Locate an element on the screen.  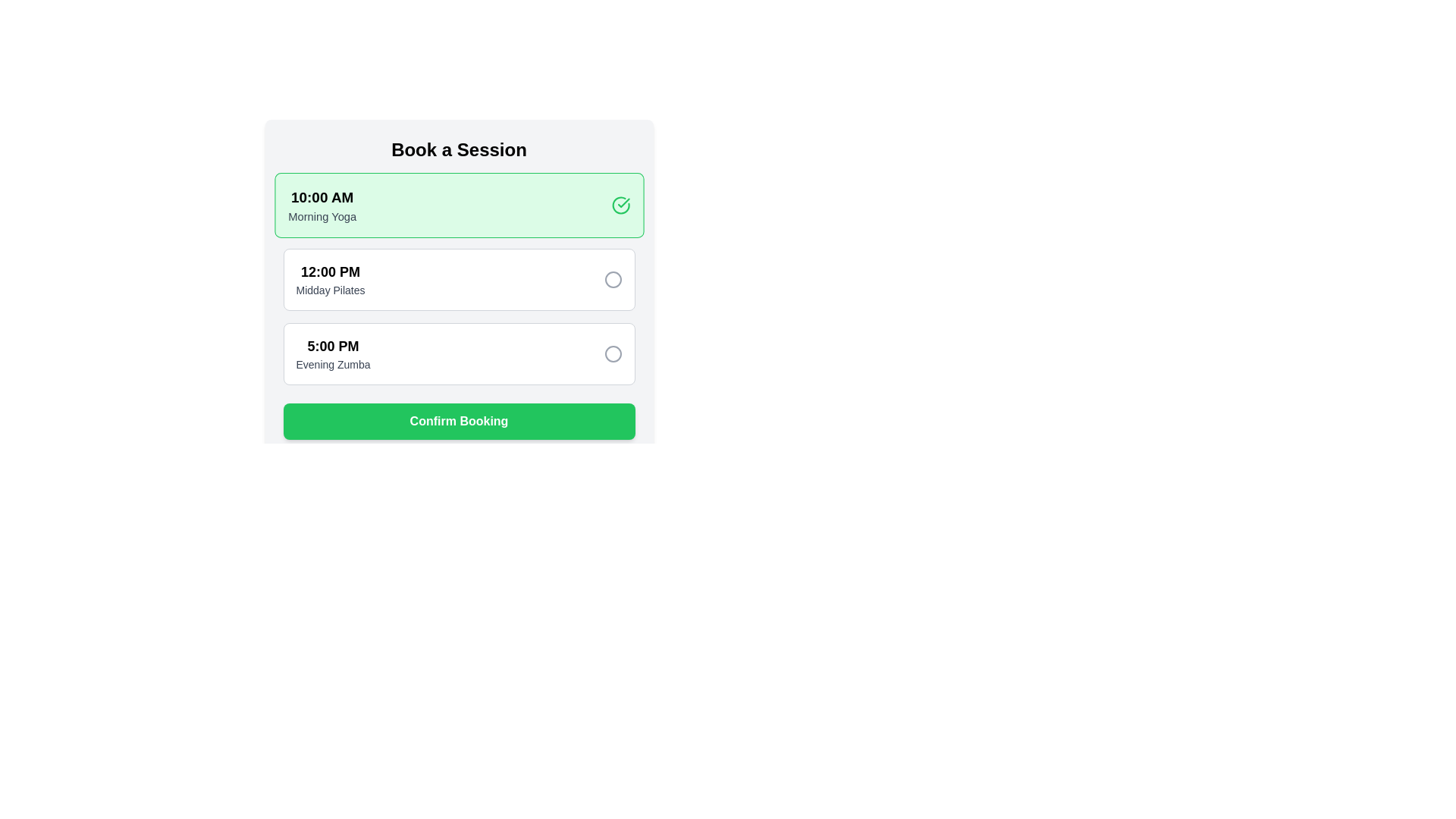
the green circular icon with a check mark inside it, located at the top-right of the '10:00 AM Morning Yoga' session card for visual feedback indicating selection is located at coordinates (620, 205).